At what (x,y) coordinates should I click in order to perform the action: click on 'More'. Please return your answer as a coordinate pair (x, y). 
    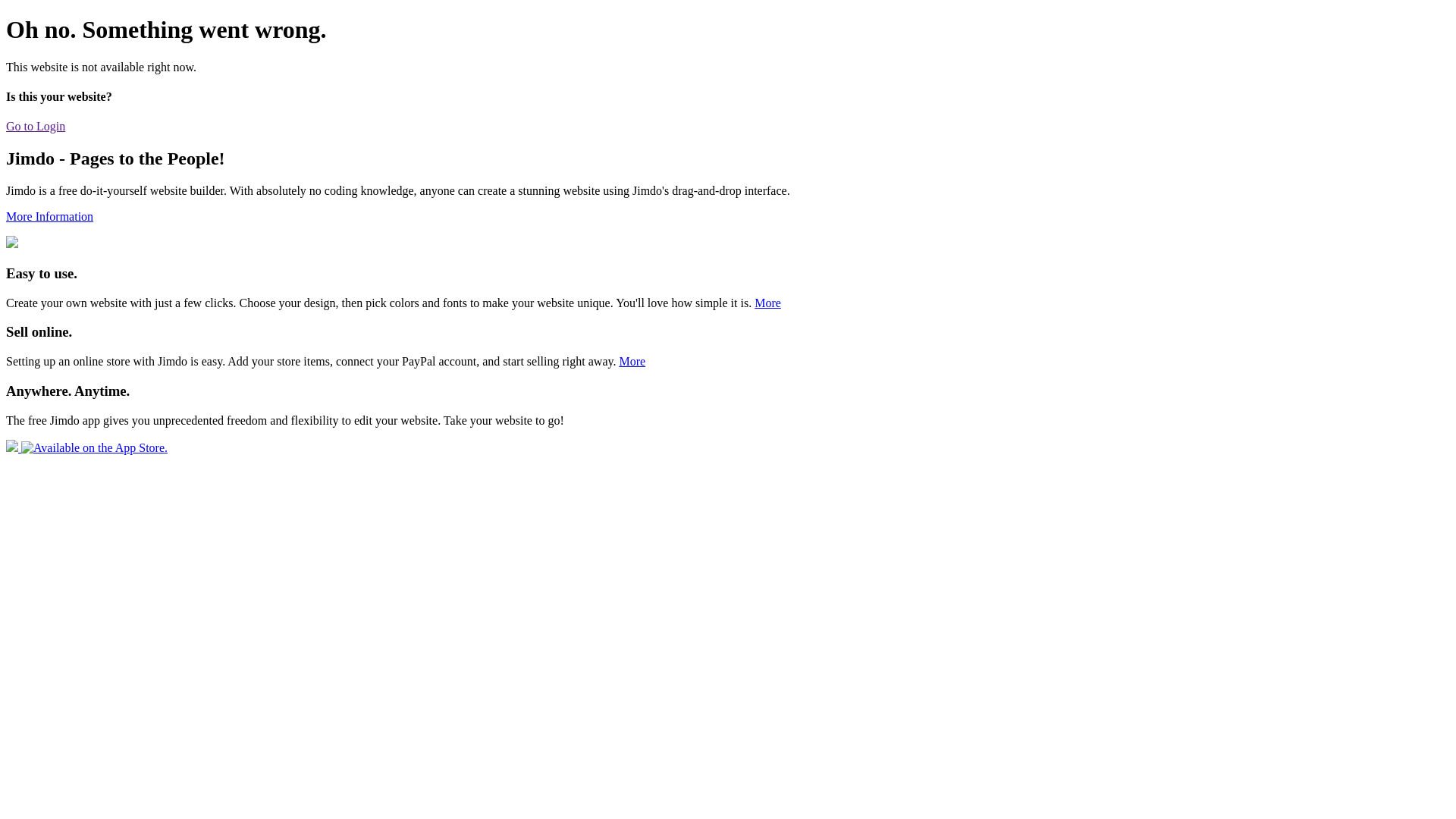
    Looking at the image, I should click on (632, 361).